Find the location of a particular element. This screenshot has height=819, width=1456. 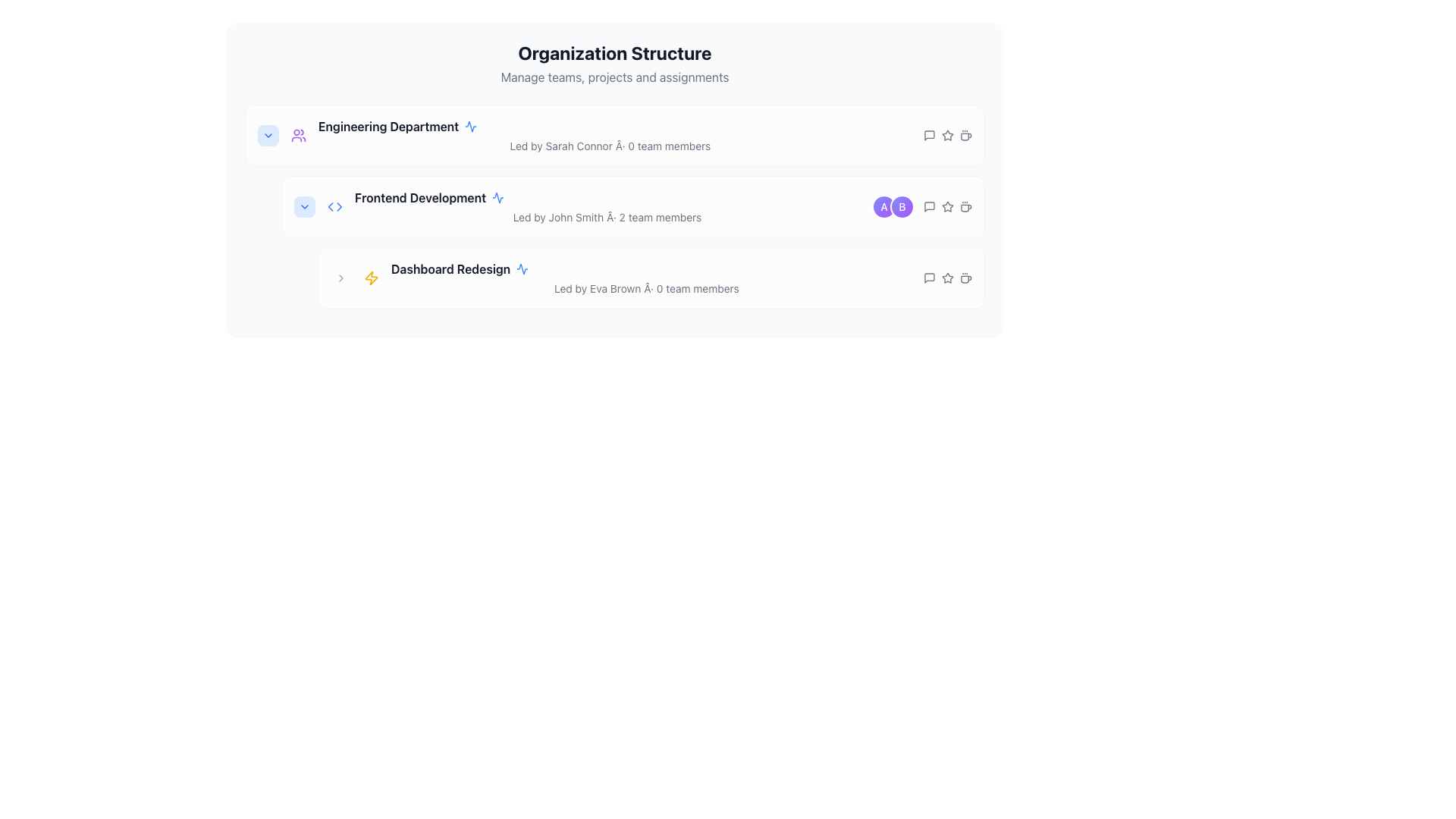

the Avatar group component representing the 'Frontend Development' team to view details is located at coordinates (921, 207).